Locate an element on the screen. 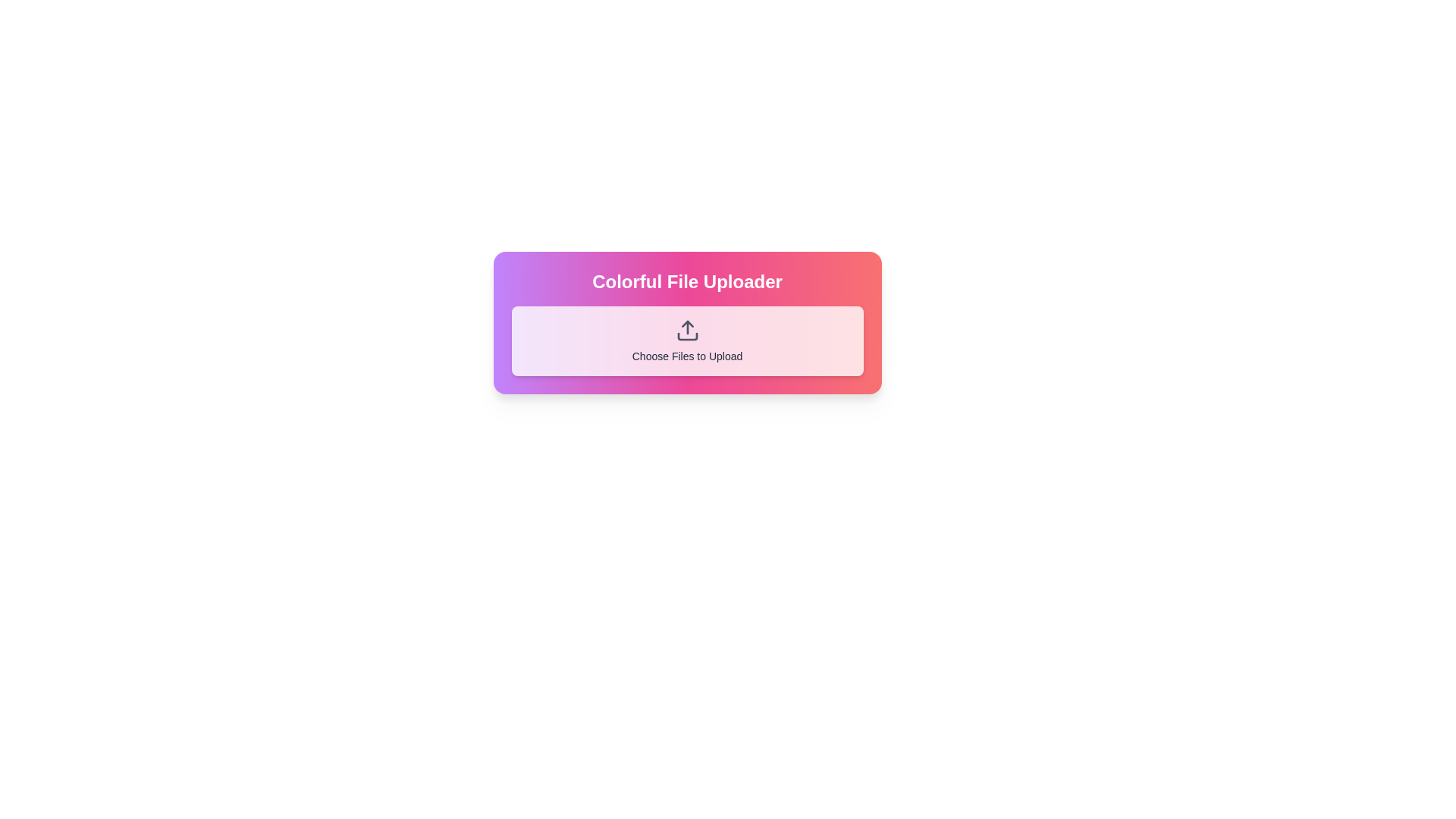 This screenshot has height=819, width=1456. the 'Choose Files to Upload' button, which has an upward-pointing arrow icon and is located within the colorful card below the heading 'Colorful File Uploader' is located at coordinates (686, 341).